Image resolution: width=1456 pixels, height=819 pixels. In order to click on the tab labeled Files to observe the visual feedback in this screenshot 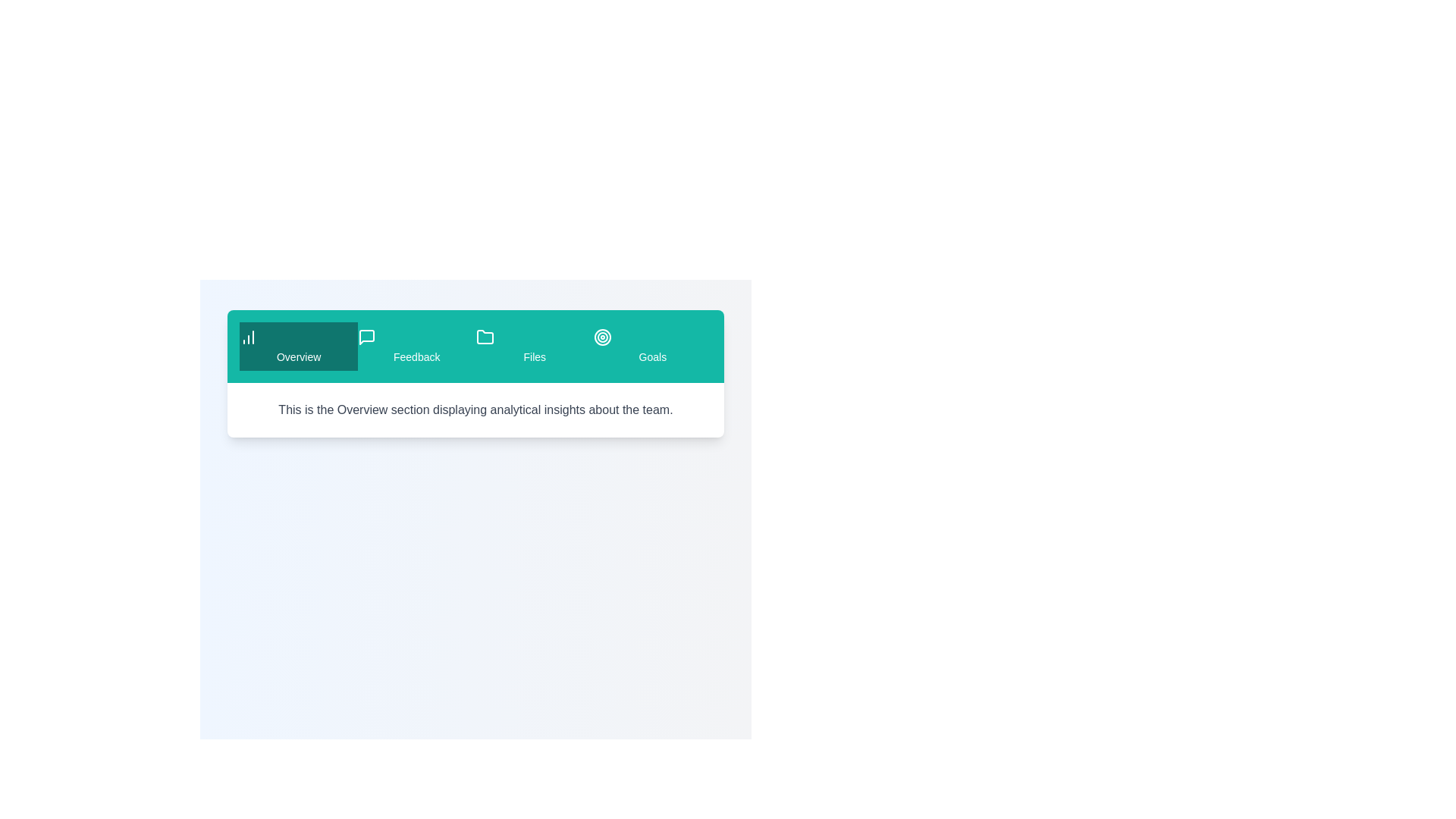, I will do `click(535, 346)`.